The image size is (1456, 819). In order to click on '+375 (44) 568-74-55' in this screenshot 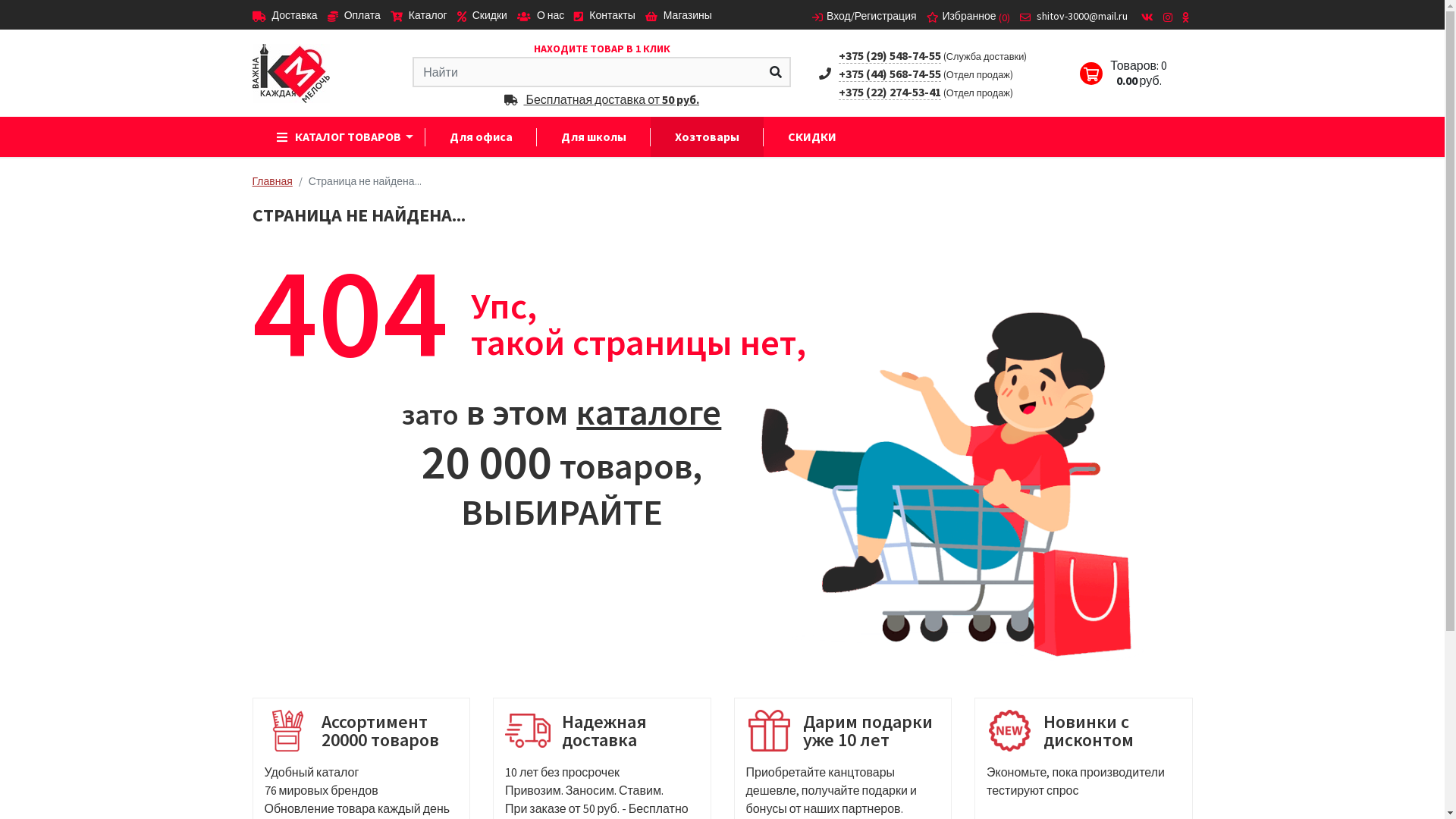, I will do `click(890, 73)`.